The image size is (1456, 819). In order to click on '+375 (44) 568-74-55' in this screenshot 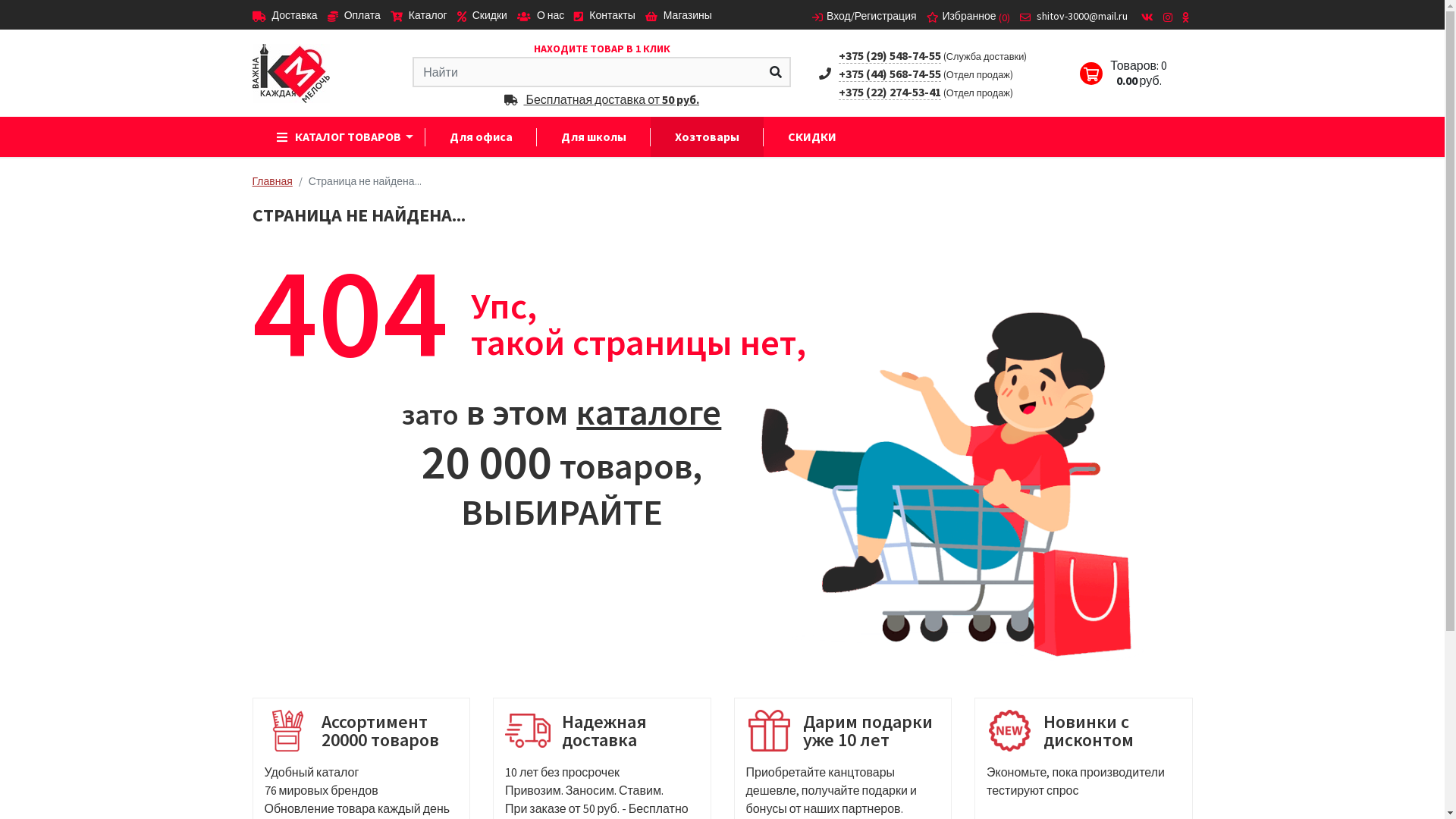, I will do `click(890, 73)`.